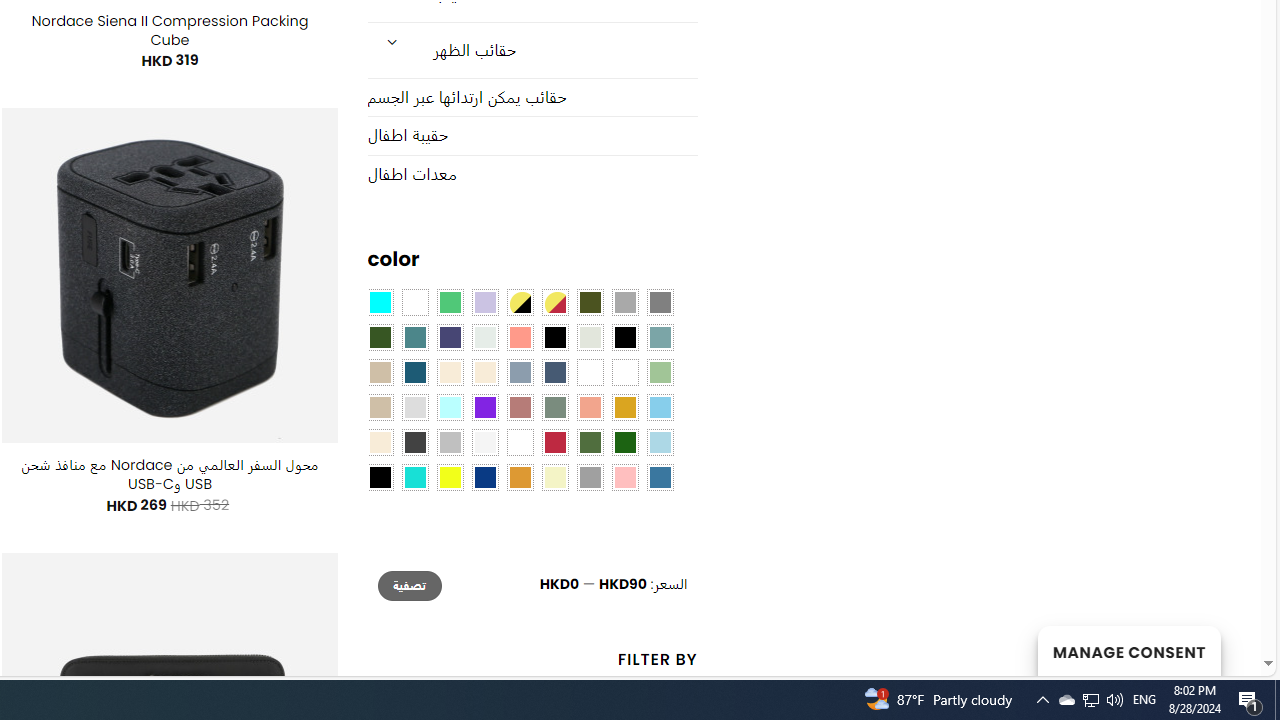 Image resolution: width=1280 pixels, height=720 pixels. What do you see at coordinates (519, 407) in the screenshot?
I see `'Rose'` at bounding box center [519, 407].